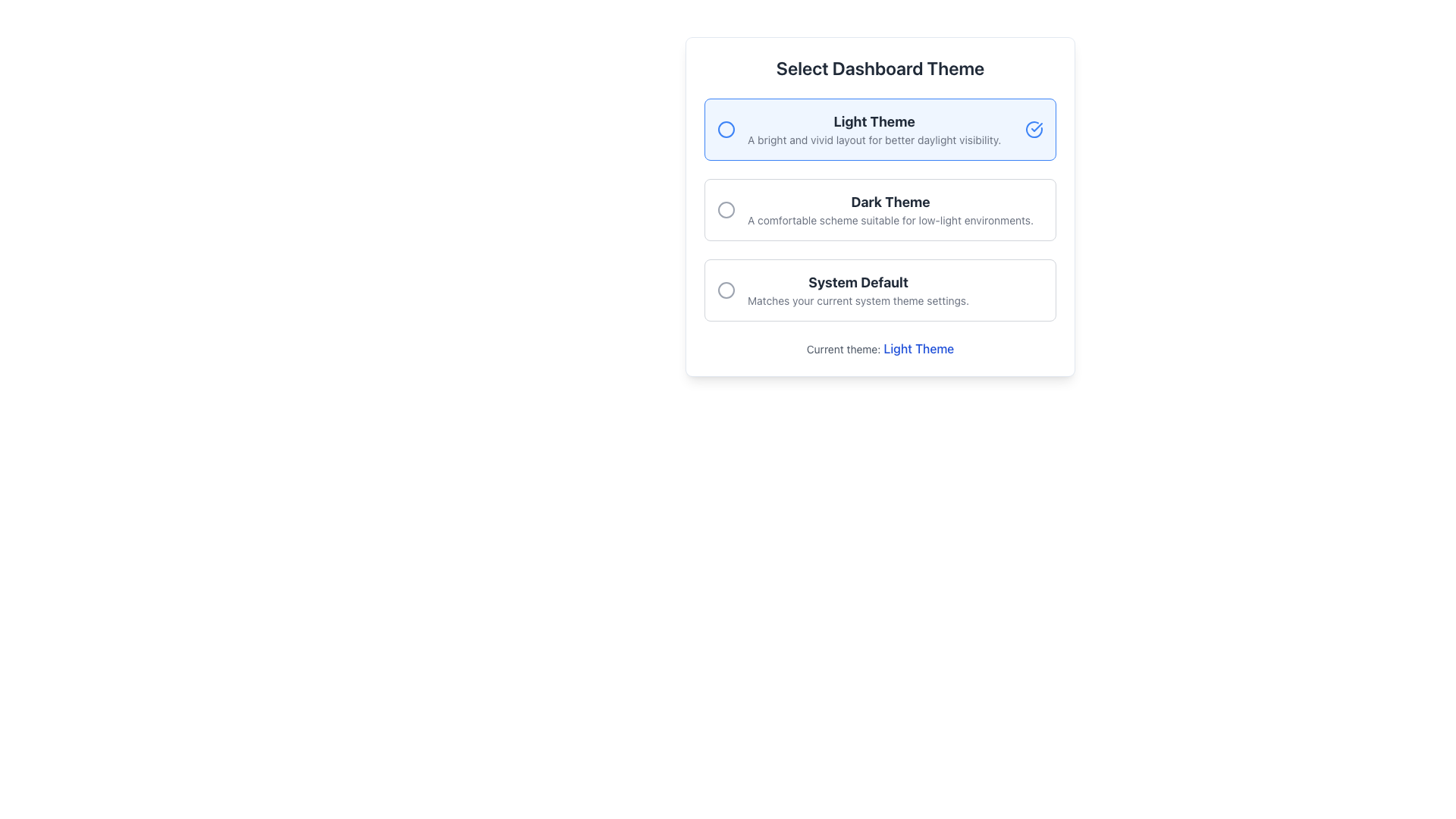 Image resolution: width=1456 pixels, height=819 pixels. What do you see at coordinates (726, 290) in the screenshot?
I see `the inner circle of the 'System Default' radio button in the theme selection interface to indicate selection state` at bounding box center [726, 290].